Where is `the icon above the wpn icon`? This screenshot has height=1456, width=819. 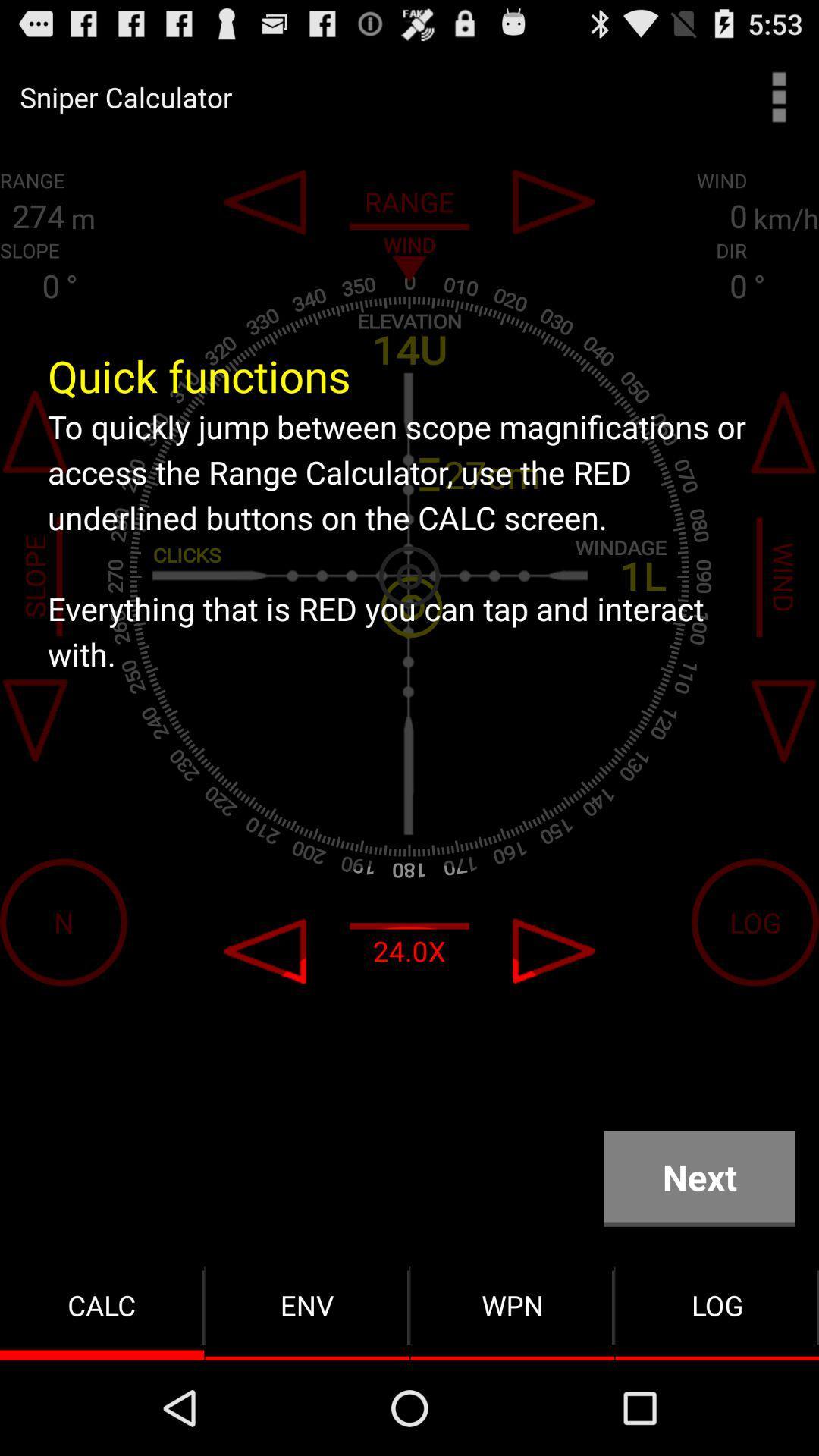
the icon above the wpn icon is located at coordinates (699, 1178).